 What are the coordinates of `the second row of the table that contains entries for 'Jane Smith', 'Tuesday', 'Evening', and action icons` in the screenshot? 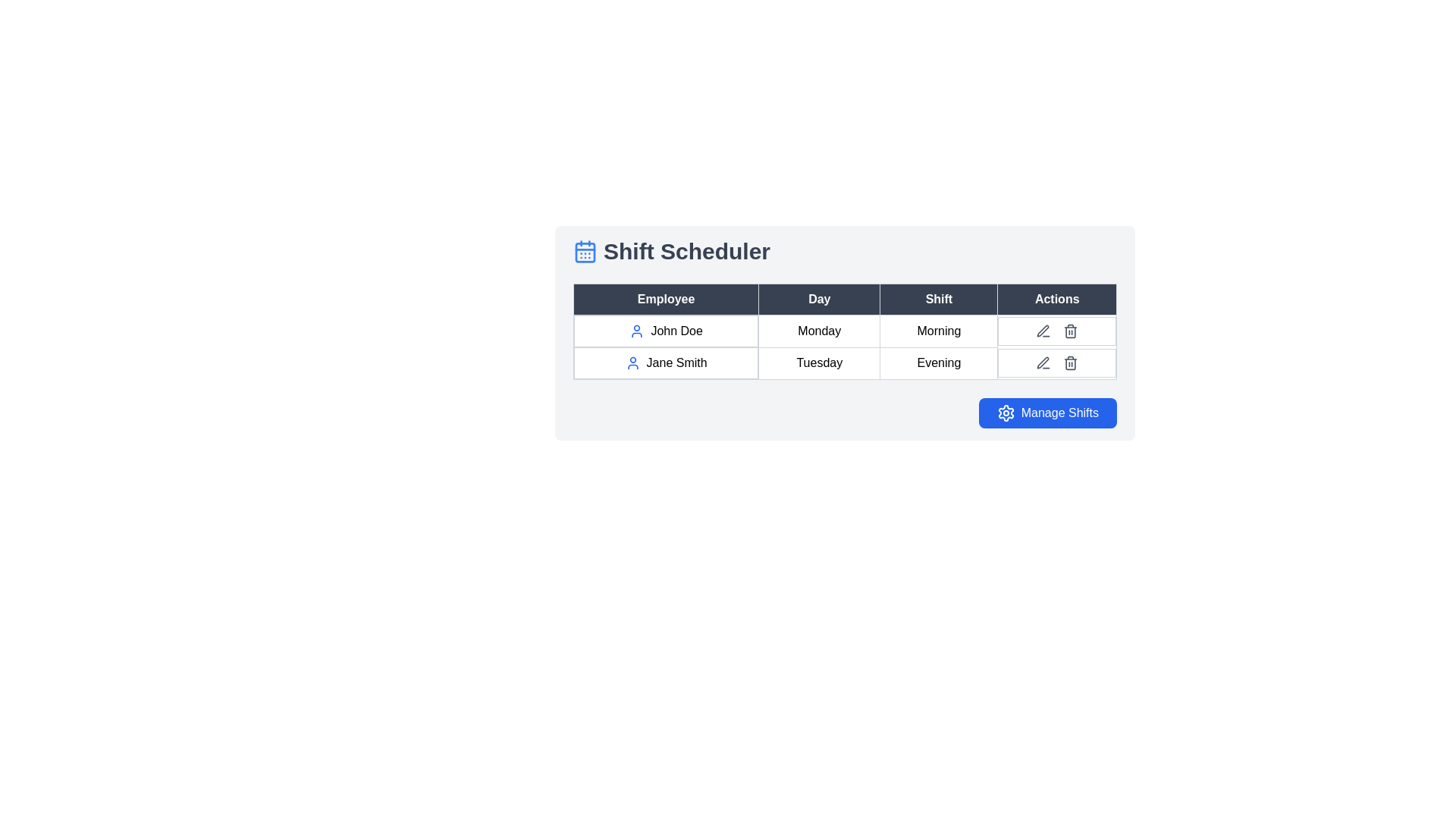 It's located at (844, 363).